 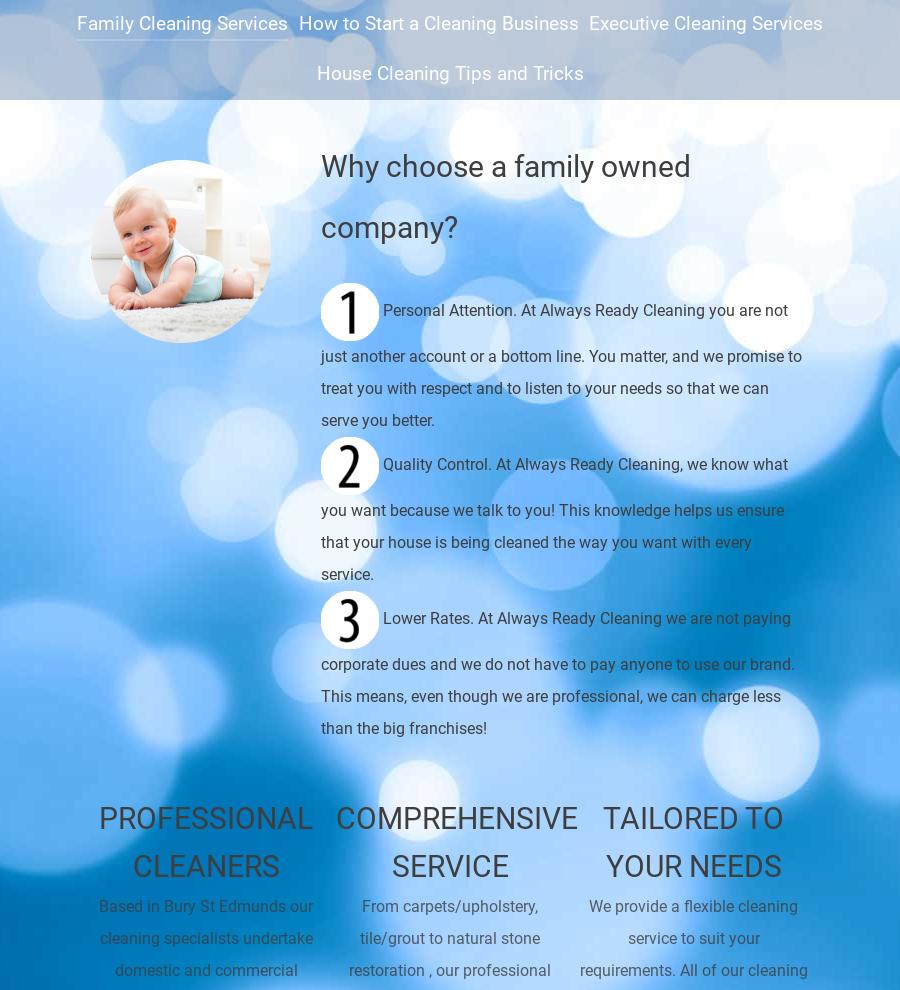 I want to click on 'Executive Cleaning Services', so click(x=703, y=22).